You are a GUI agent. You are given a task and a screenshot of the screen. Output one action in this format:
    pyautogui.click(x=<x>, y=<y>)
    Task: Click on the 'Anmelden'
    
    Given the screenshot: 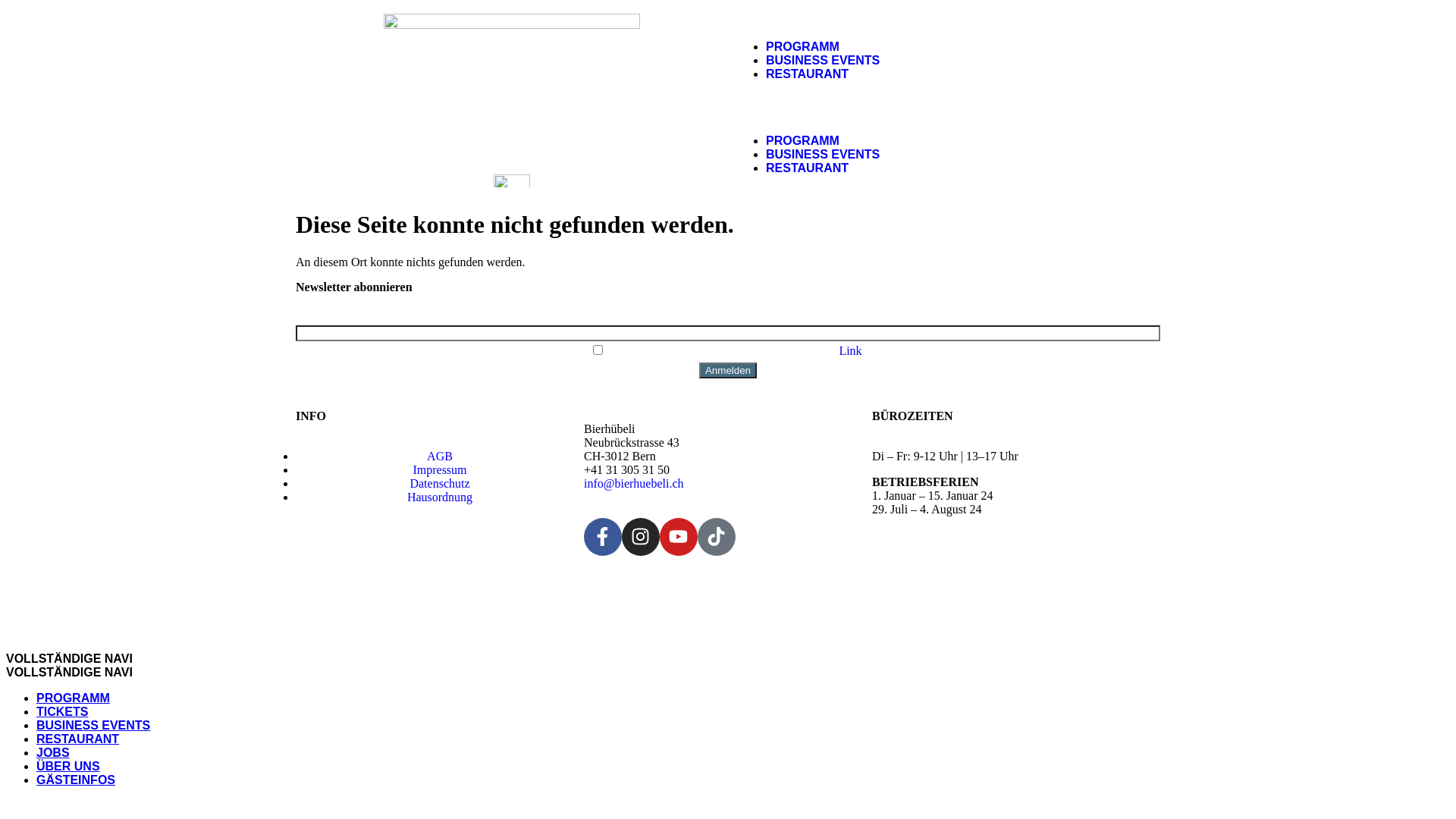 What is the action you would take?
    pyautogui.click(x=728, y=370)
    